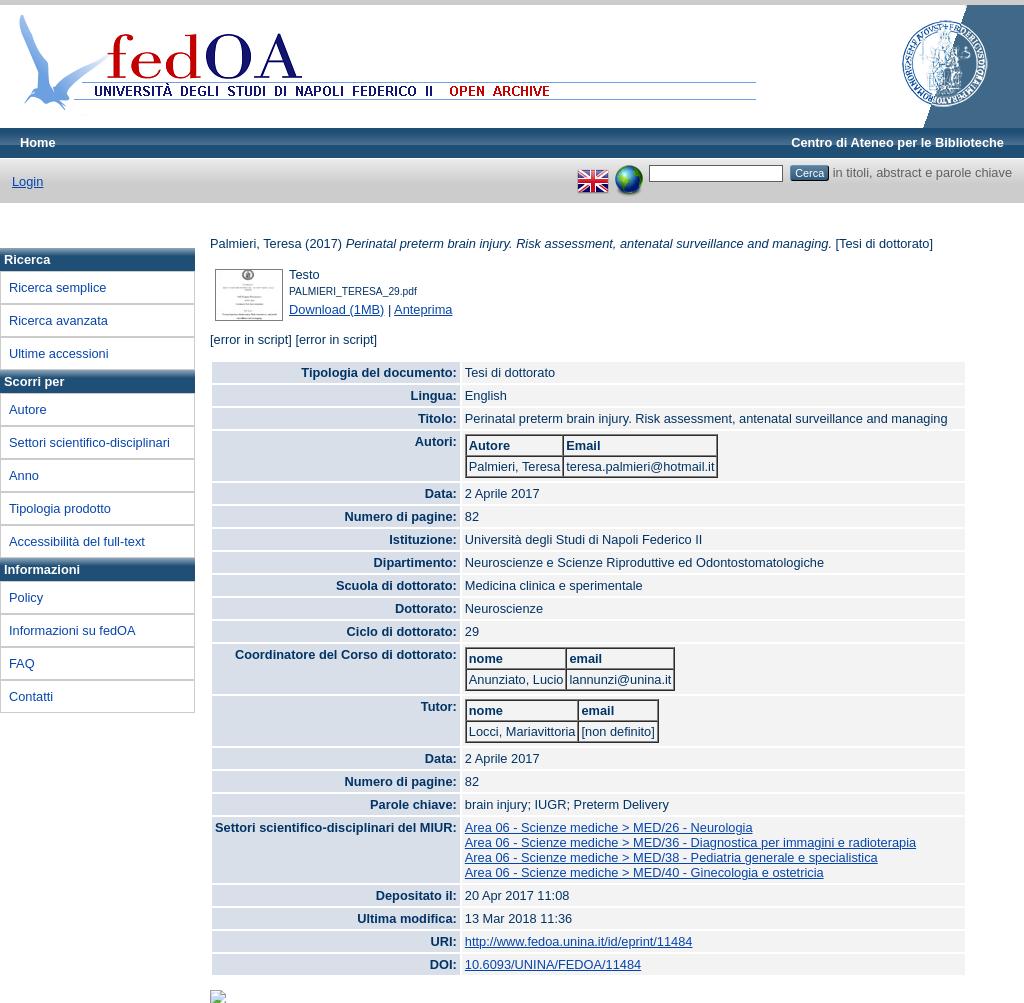 This screenshot has width=1024, height=1003. Describe the element at coordinates (27, 179) in the screenshot. I see `'Login'` at that location.